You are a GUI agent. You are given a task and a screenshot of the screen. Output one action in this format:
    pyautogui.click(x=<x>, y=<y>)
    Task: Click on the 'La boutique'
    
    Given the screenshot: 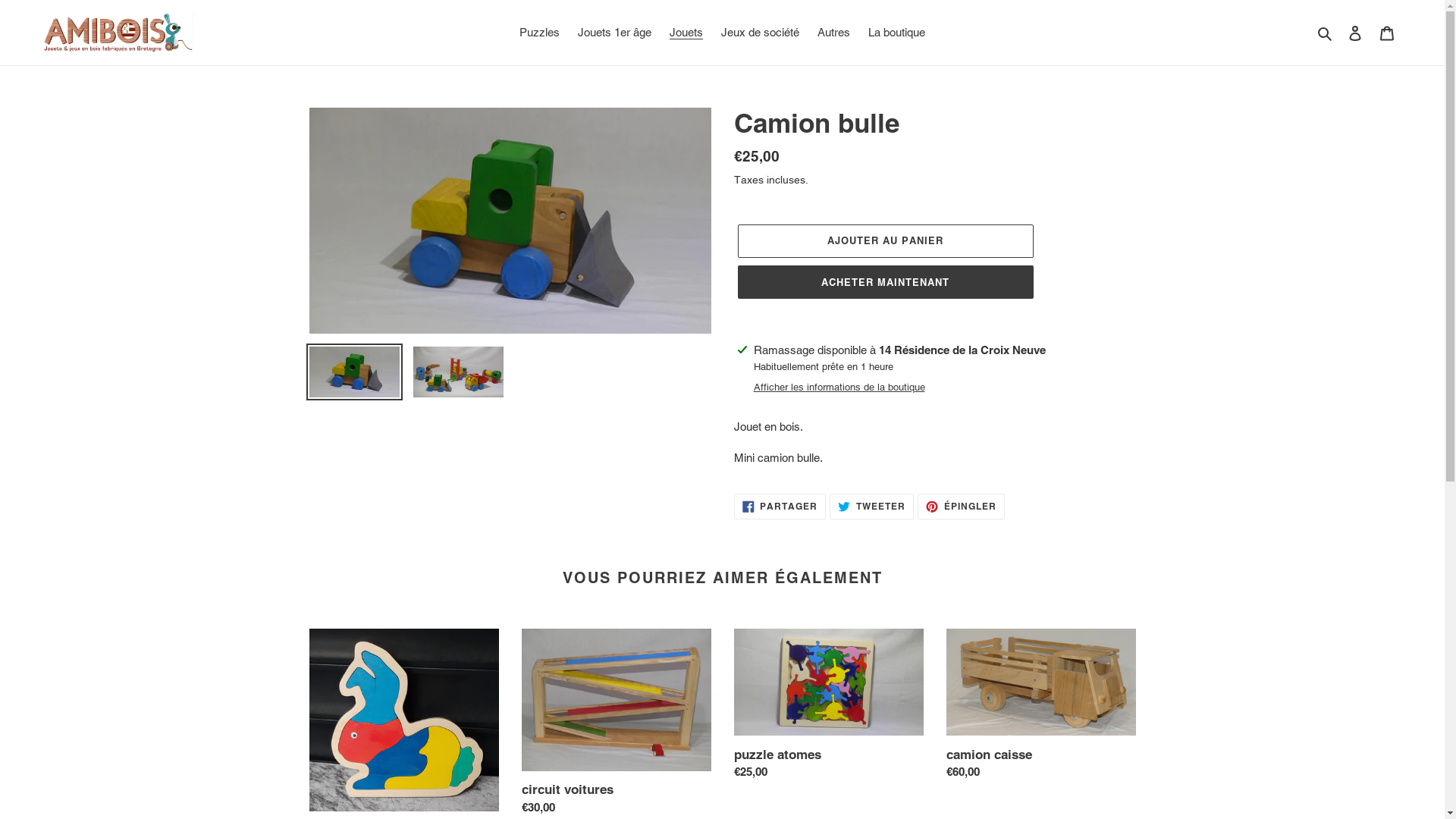 What is the action you would take?
    pyautogui.click(x=896, y=33)
    